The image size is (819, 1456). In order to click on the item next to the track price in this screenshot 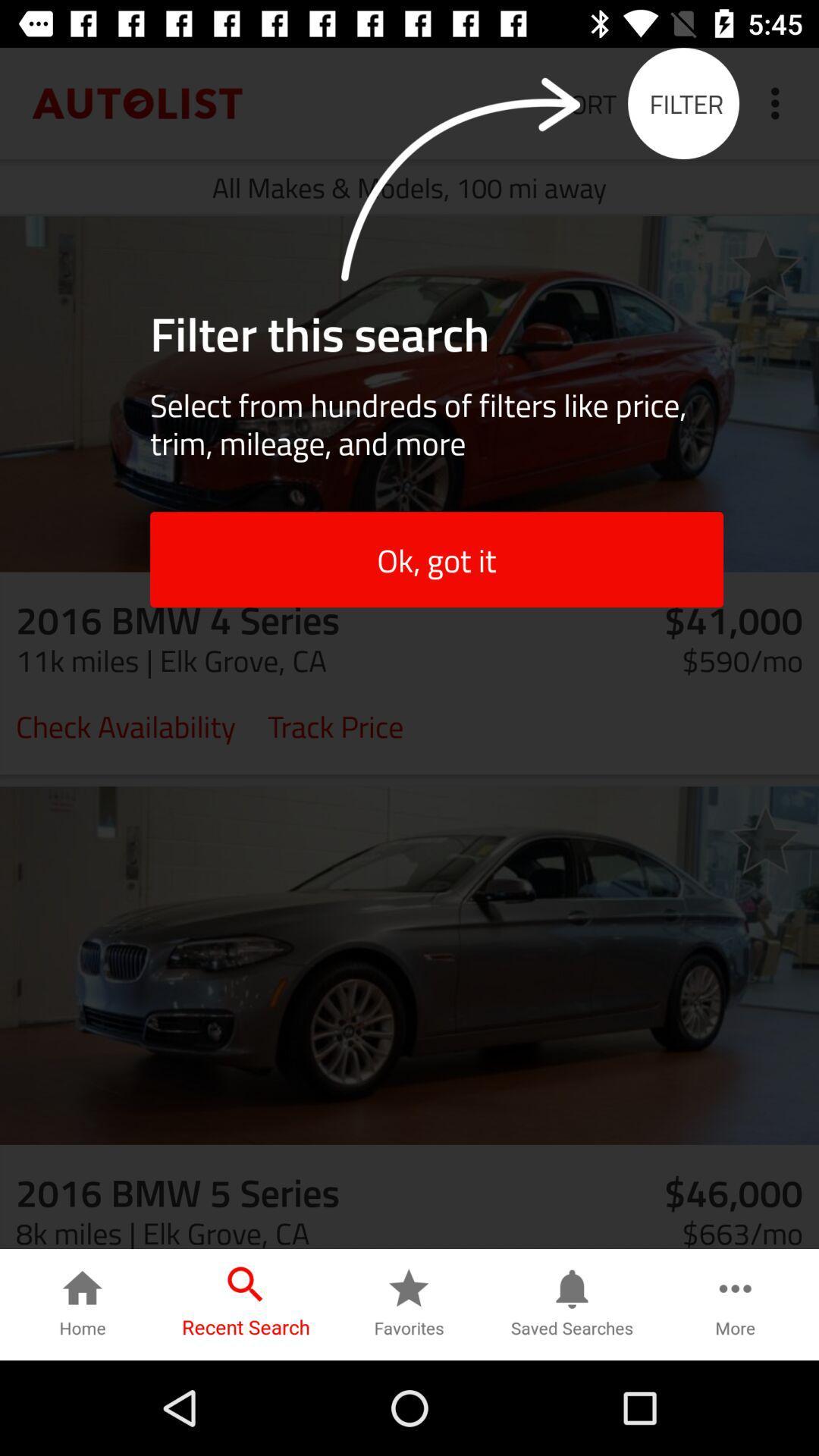, I will do `click(125, 724)`.